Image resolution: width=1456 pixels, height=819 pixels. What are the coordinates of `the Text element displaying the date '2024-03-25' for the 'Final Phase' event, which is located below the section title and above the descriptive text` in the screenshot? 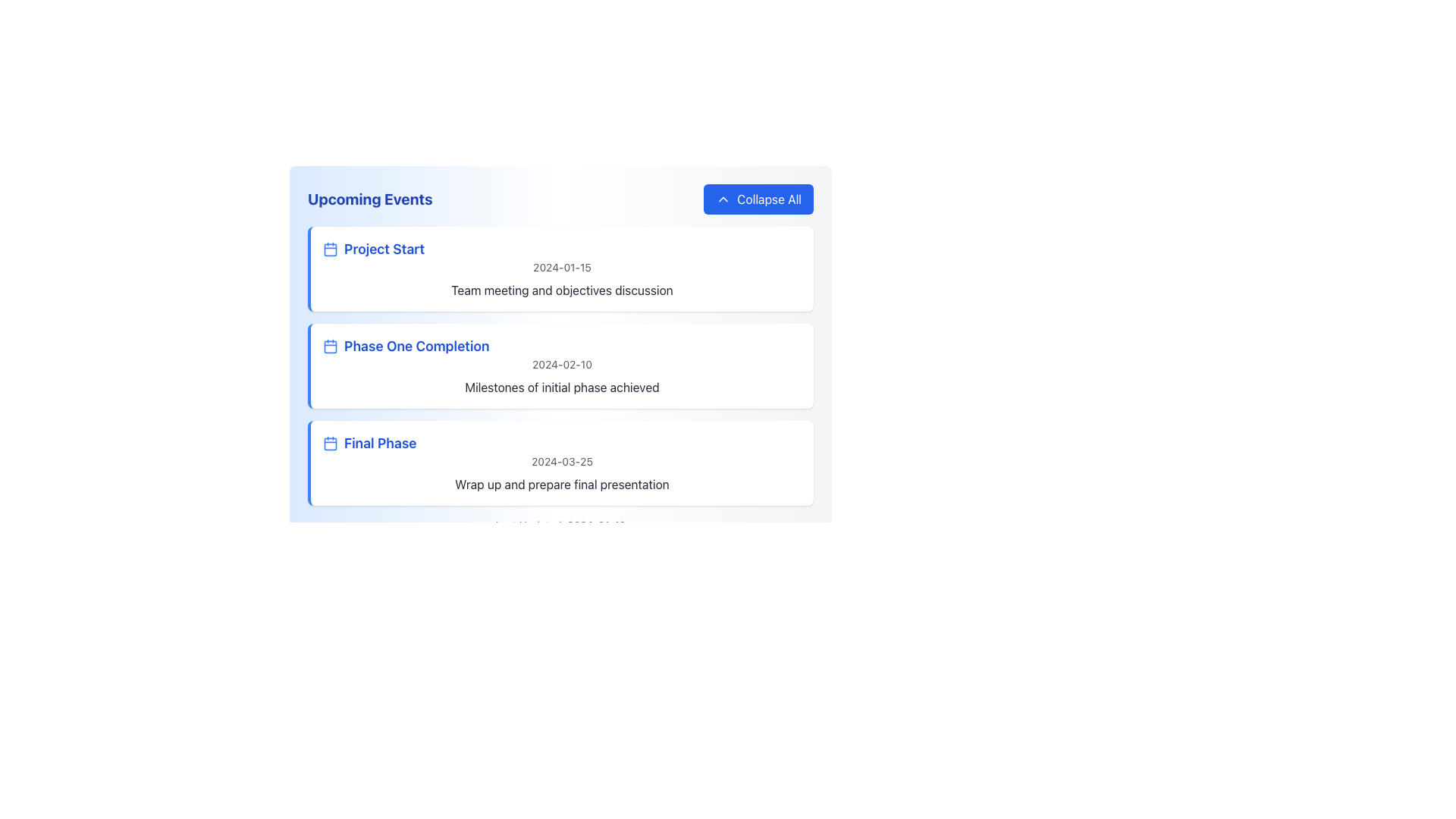 It's located at (561, 461).